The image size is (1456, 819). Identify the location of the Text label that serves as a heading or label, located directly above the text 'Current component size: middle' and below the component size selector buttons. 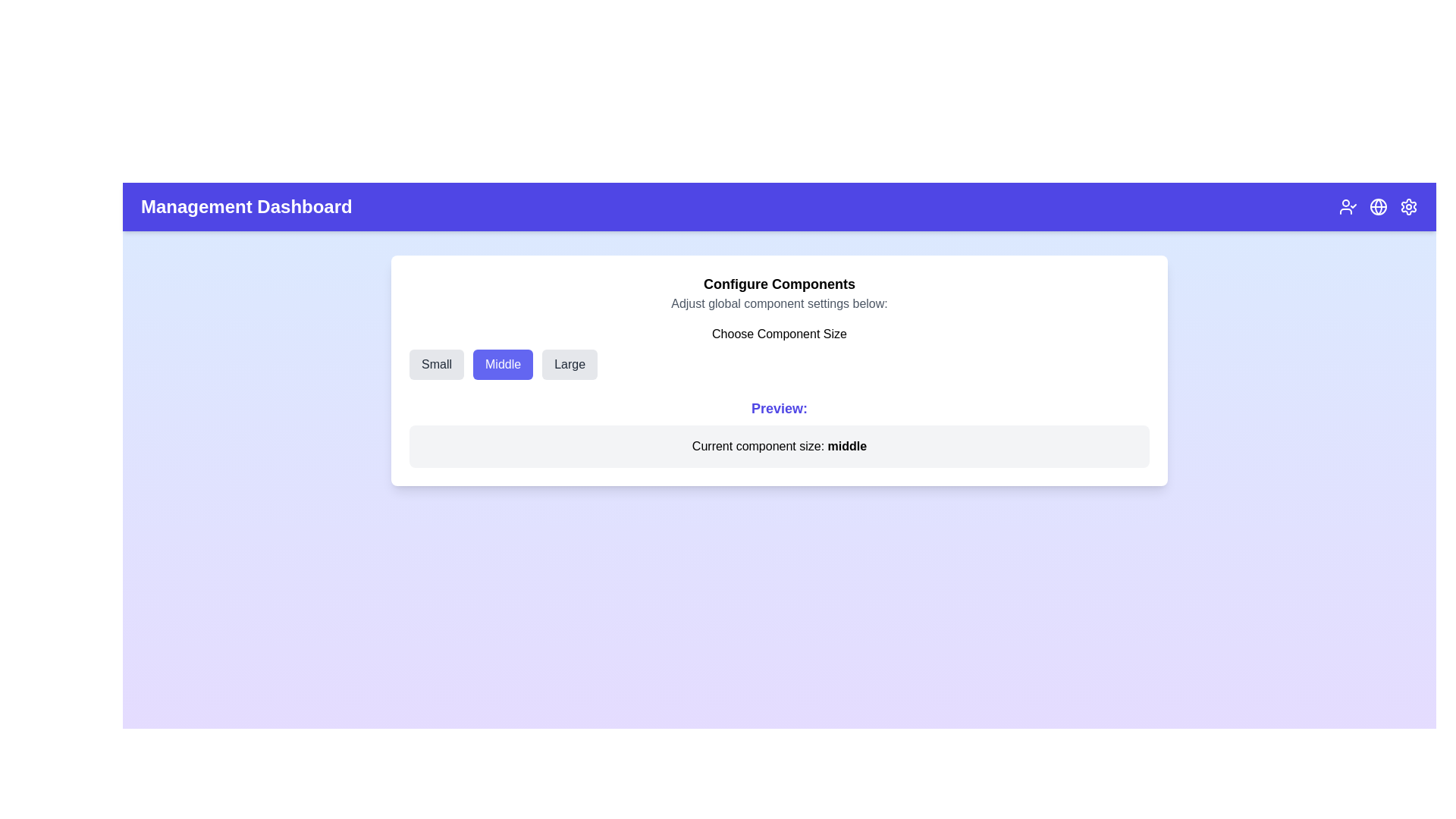
(779, 408).